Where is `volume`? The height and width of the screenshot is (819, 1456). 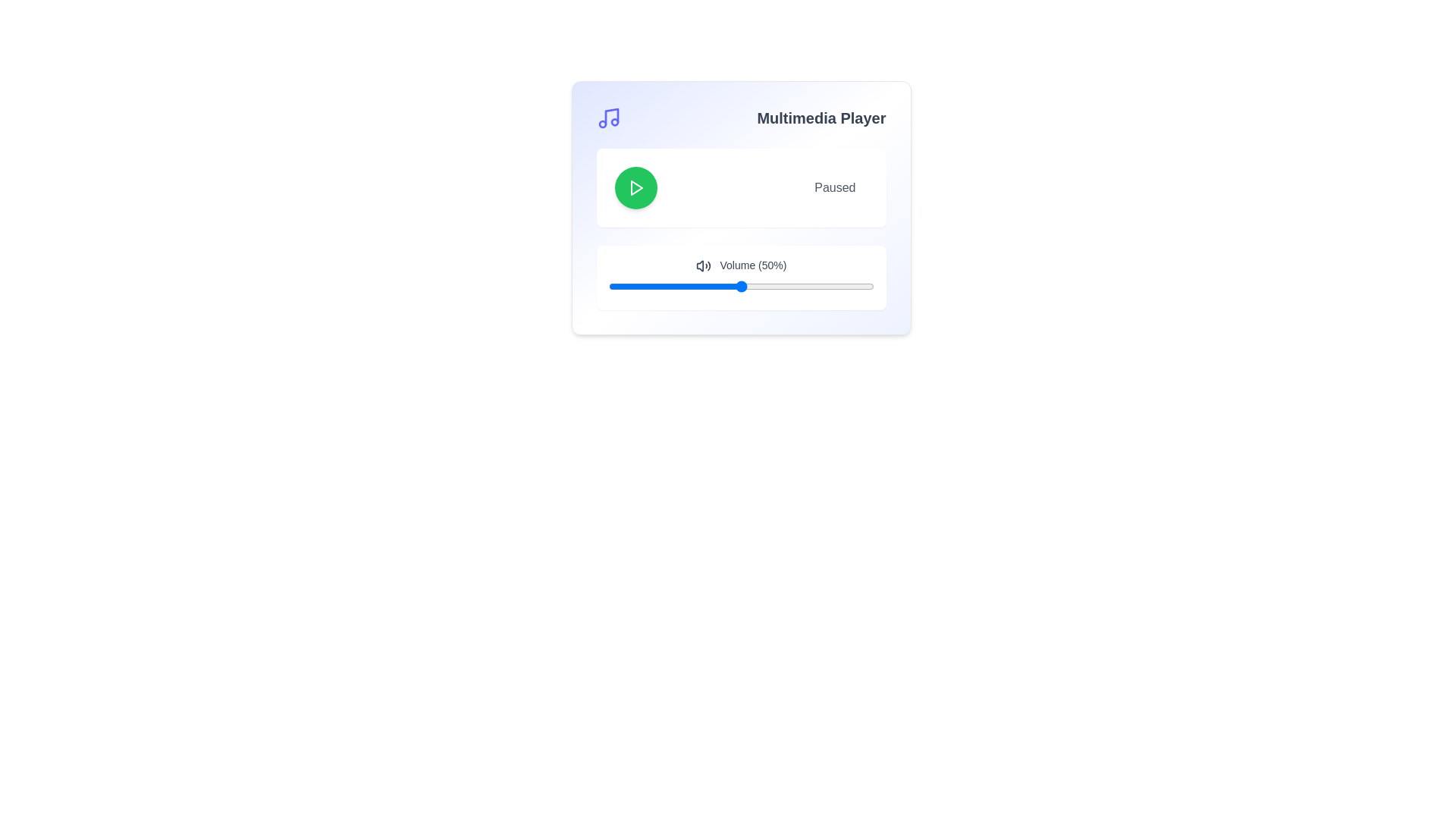 volume is located at coordinates (608, 287).